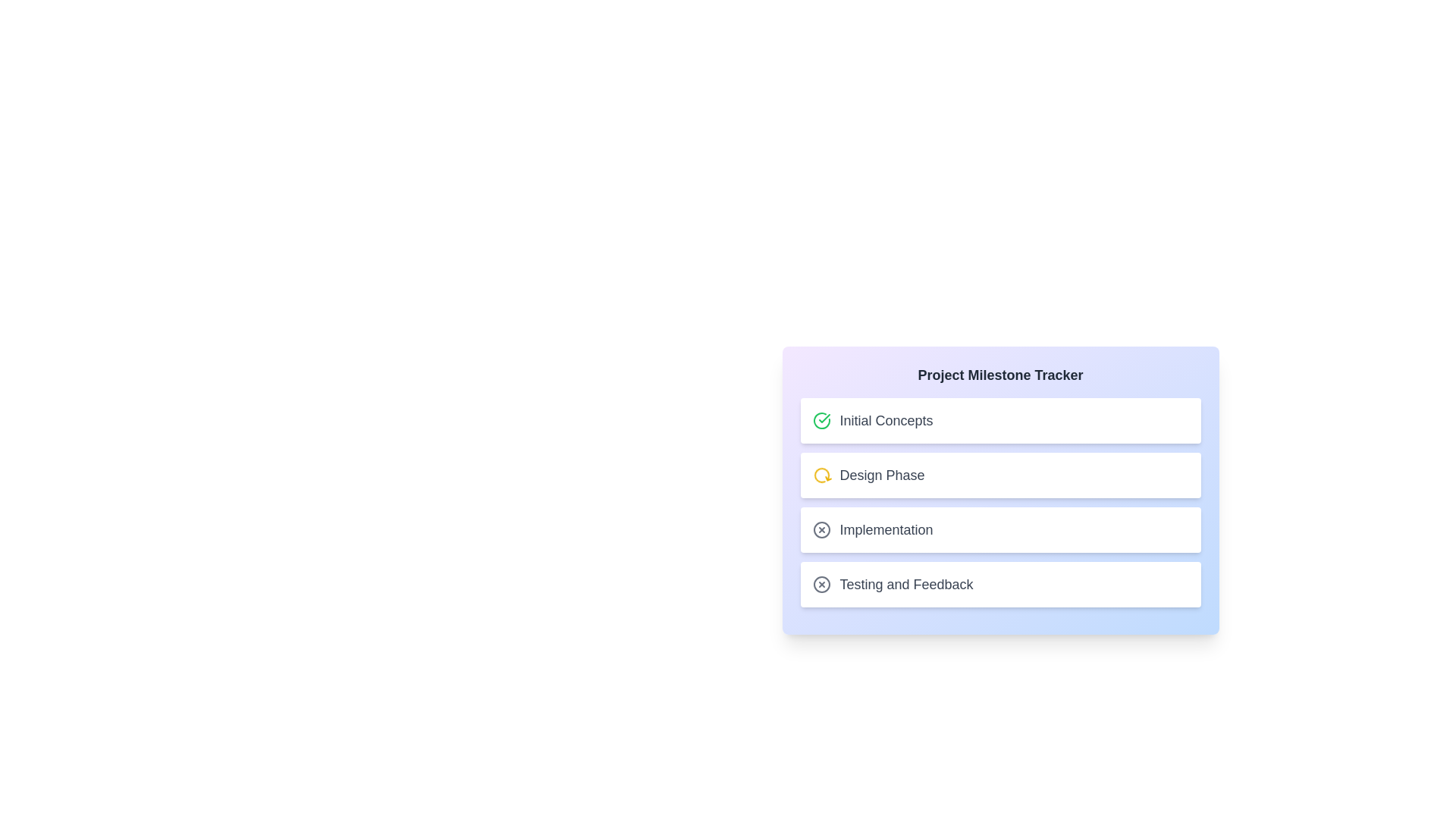 The image size is (1456, 819). I want to click on the Circle element within the SVG graphic that is part of the 'Project Milestone Tracker' section, located next to the label 'Implementation', so click(821, 584).